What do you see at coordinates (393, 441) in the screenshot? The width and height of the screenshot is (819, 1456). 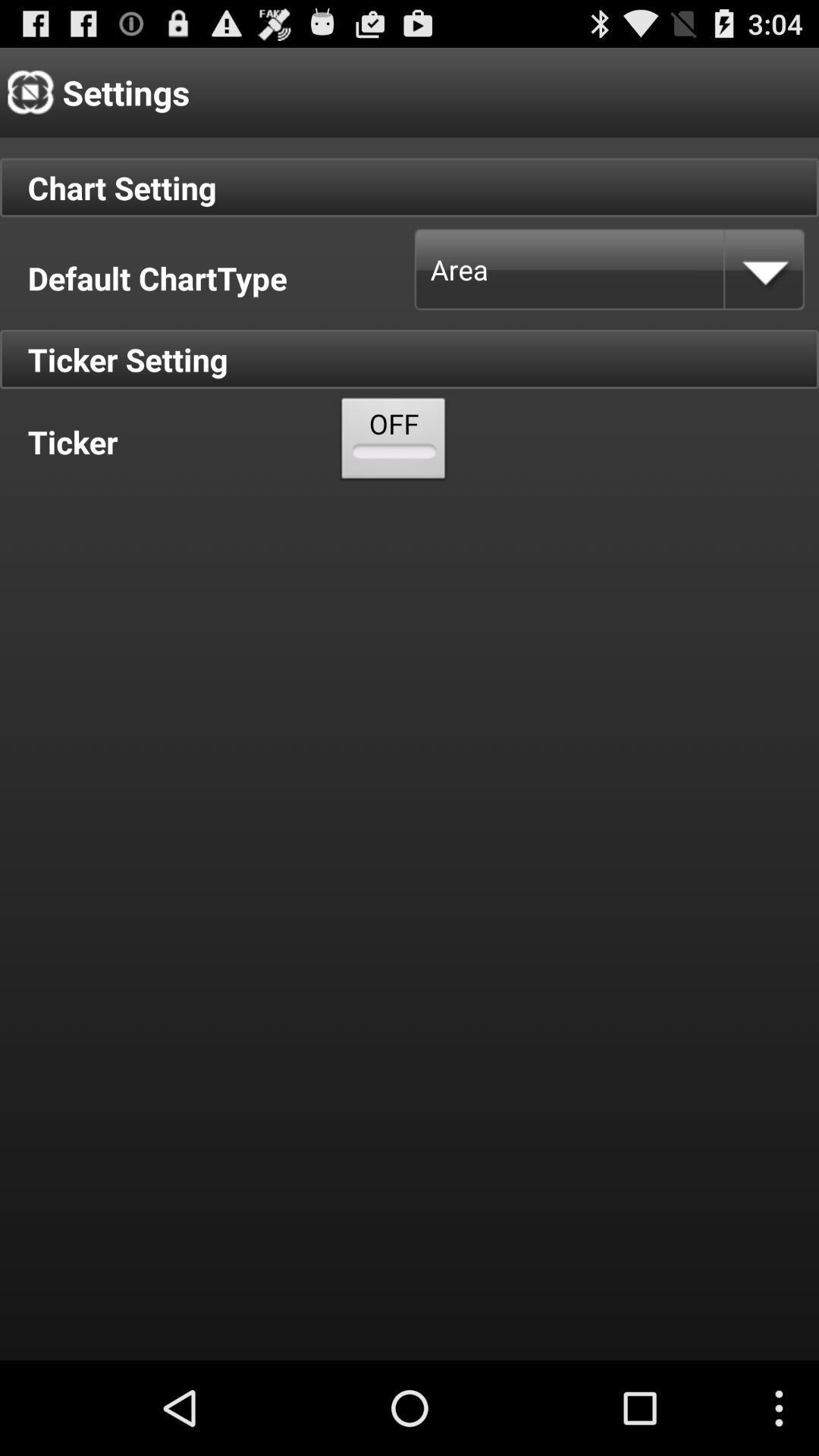 I see `the off` at bounding box center [393, 441].